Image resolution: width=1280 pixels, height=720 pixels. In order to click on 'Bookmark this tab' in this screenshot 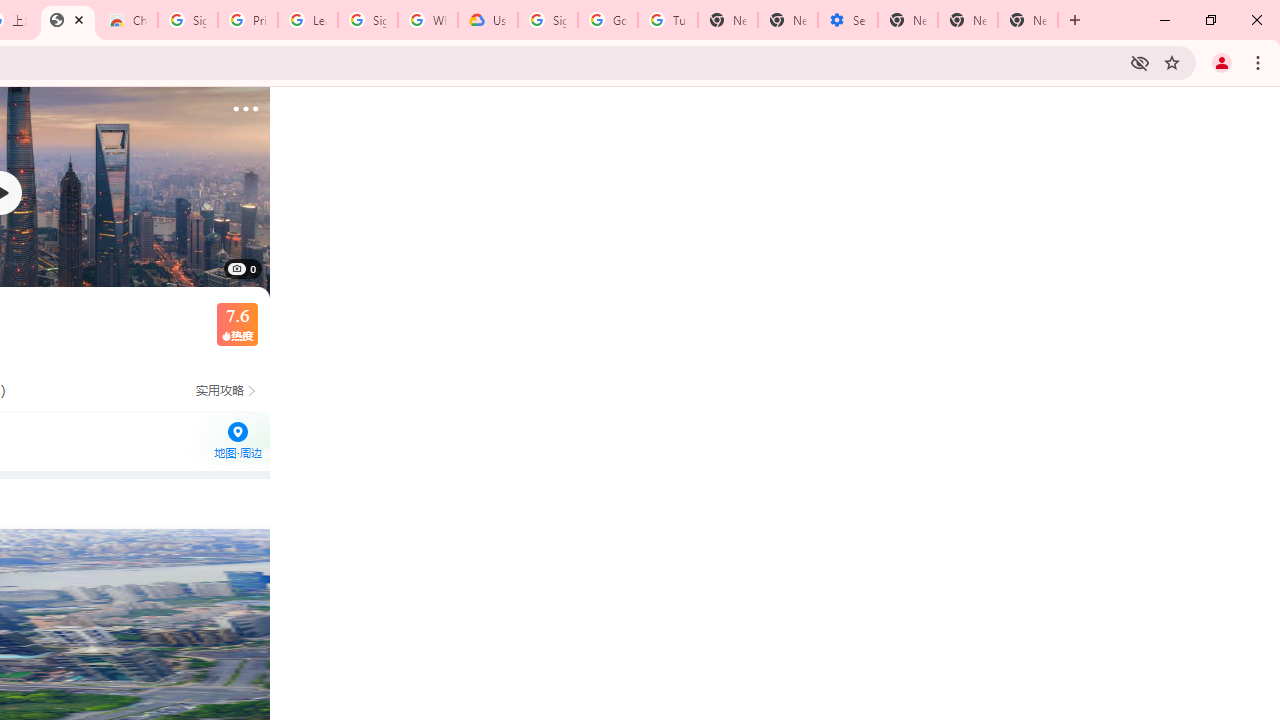, I will do `click(1171, 61)`.